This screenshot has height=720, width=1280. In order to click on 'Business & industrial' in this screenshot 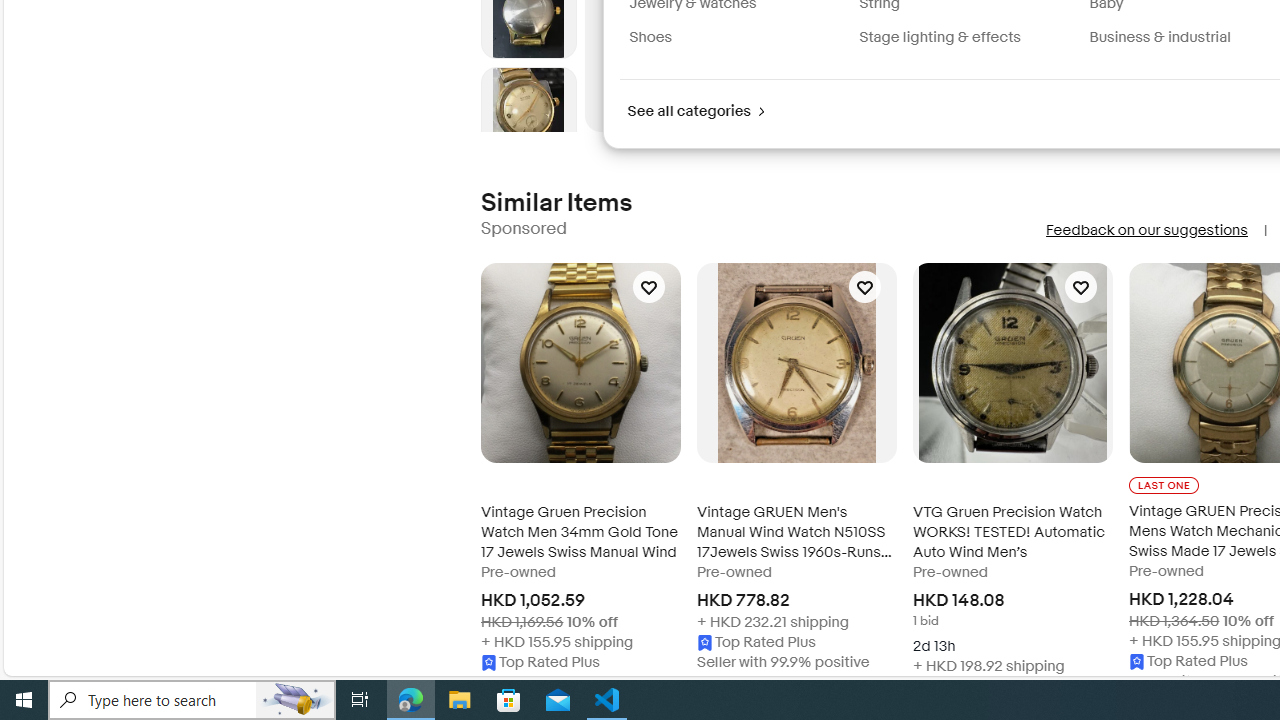, I will do `click(1160, 37)`.